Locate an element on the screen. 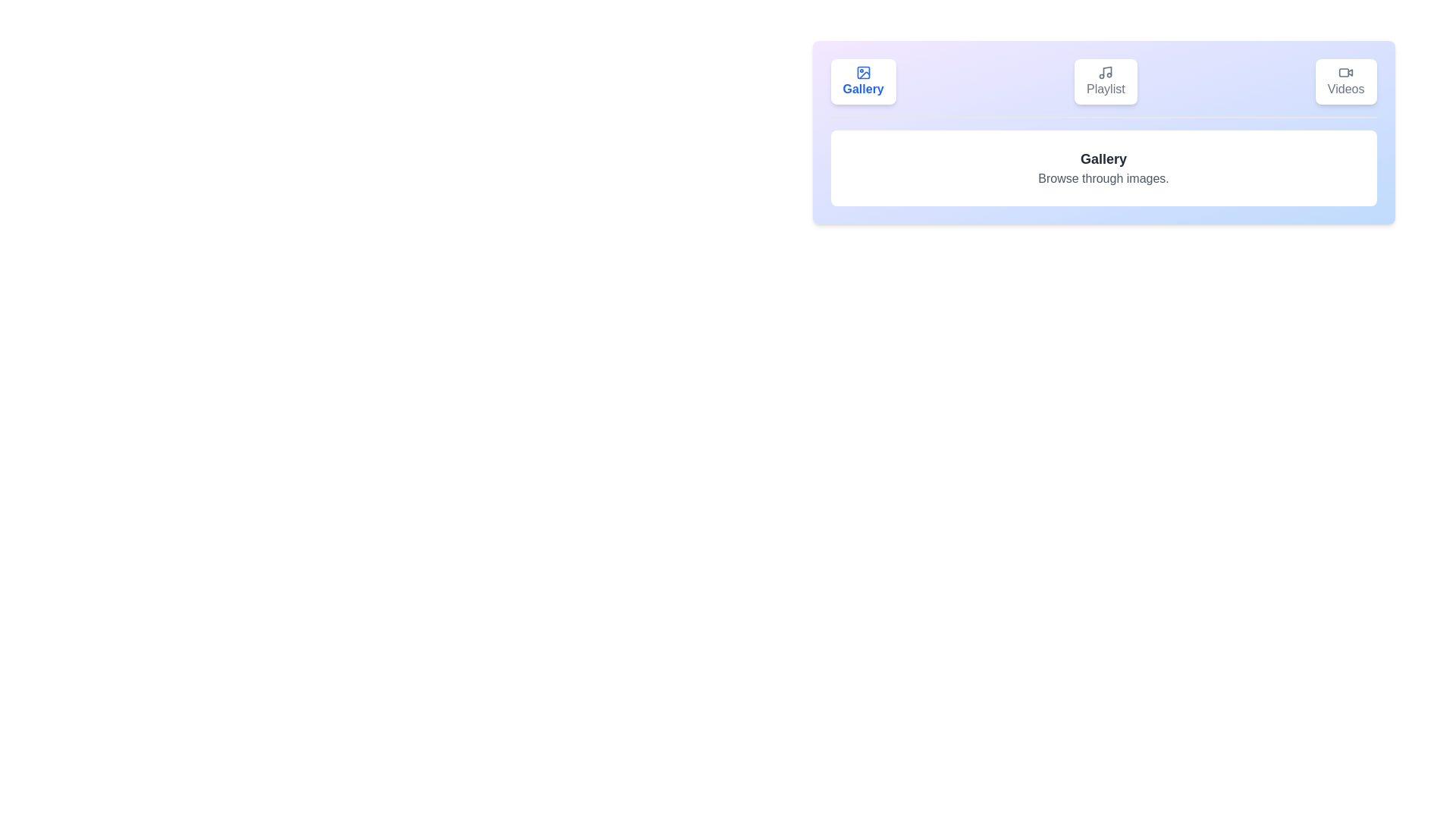 The image size is (1456, 819). the Playlist tab by clicking on its button is located at coordinates (1106, 82).